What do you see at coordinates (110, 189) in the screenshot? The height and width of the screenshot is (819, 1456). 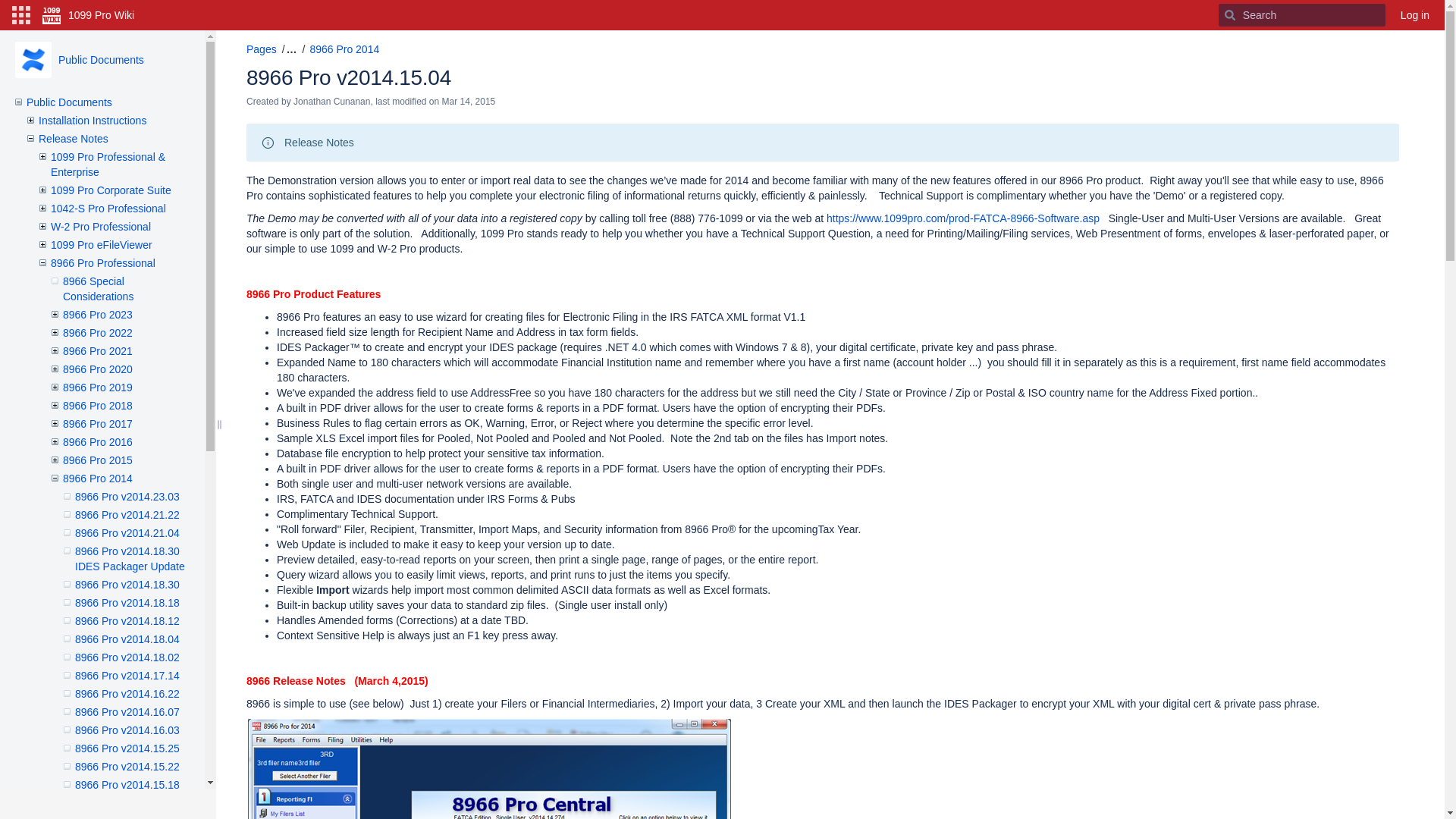 I see `'1099 Pro Corporate Suite'` at bounding box center [110, 189].